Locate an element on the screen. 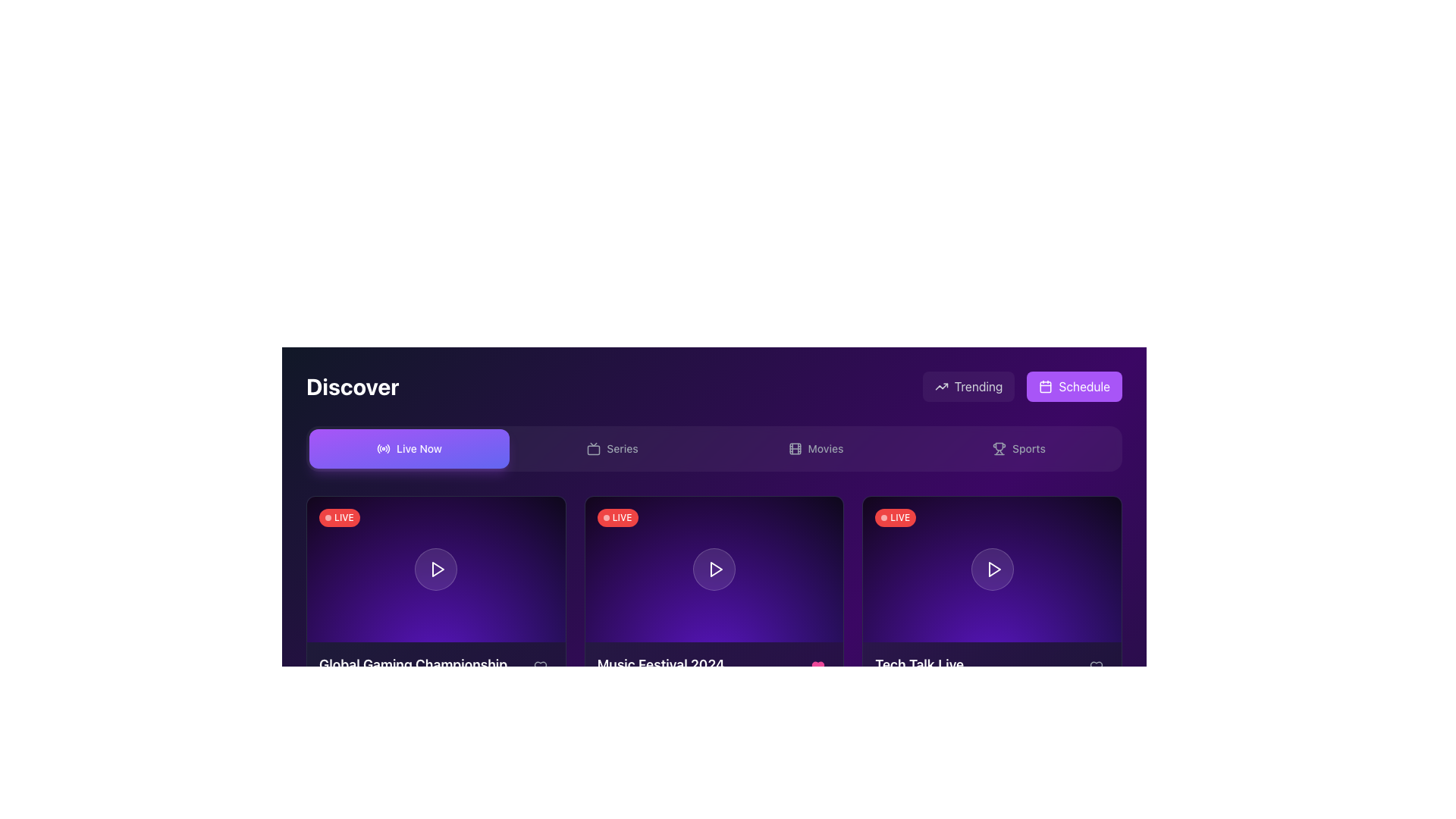 The height and width of the screenshot is (819, 1456). triangular arrow icon within the SVG component located near the 'Trending' button in the upper-right portion of the interface for debugging purposes is located at coordinates (940, 385).